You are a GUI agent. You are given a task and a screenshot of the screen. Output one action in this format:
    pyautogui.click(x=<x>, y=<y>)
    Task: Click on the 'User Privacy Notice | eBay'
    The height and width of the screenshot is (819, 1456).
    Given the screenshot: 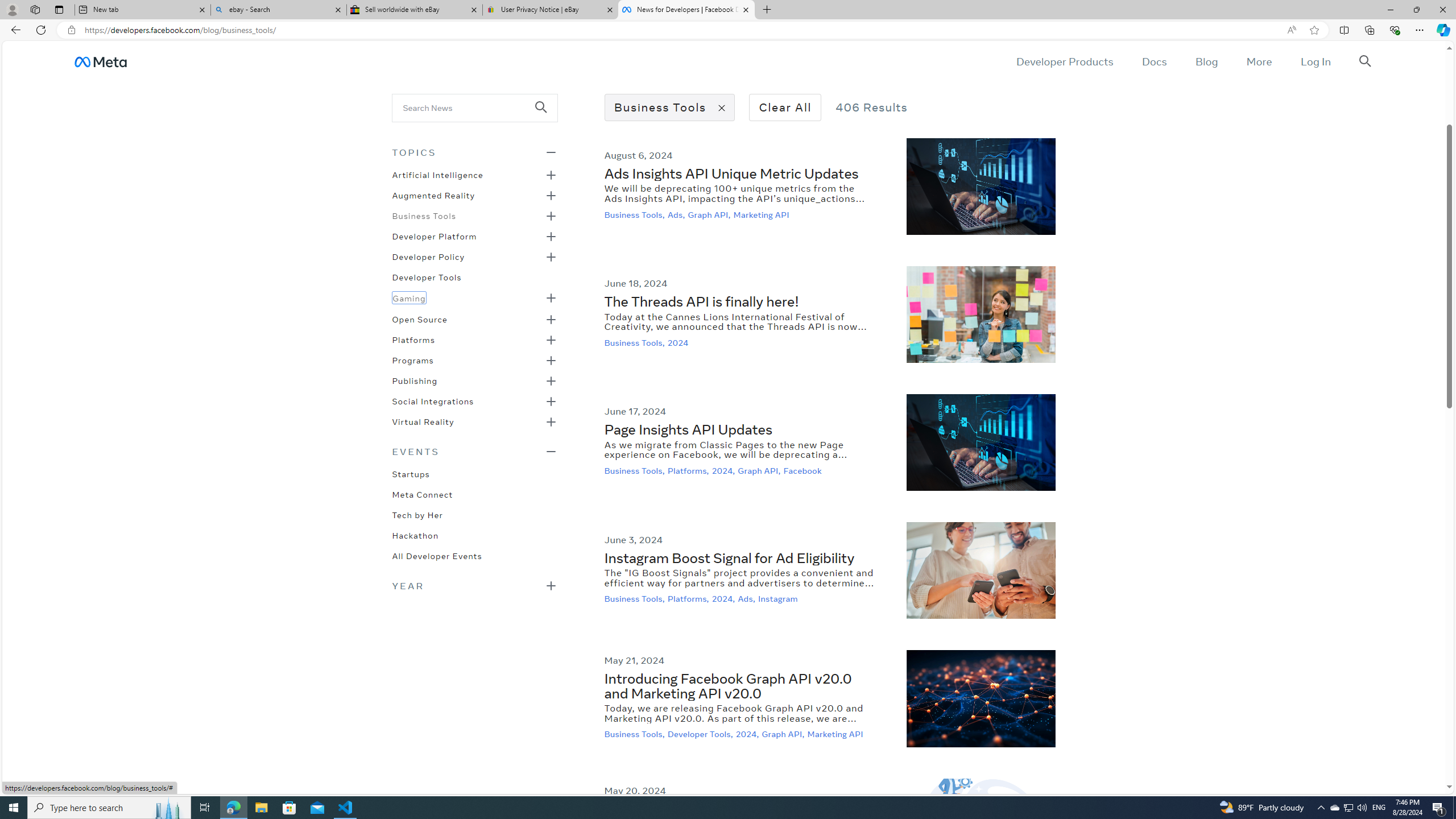 What is the action you would take?
    pyautogui.click(x=549, y=9)
    